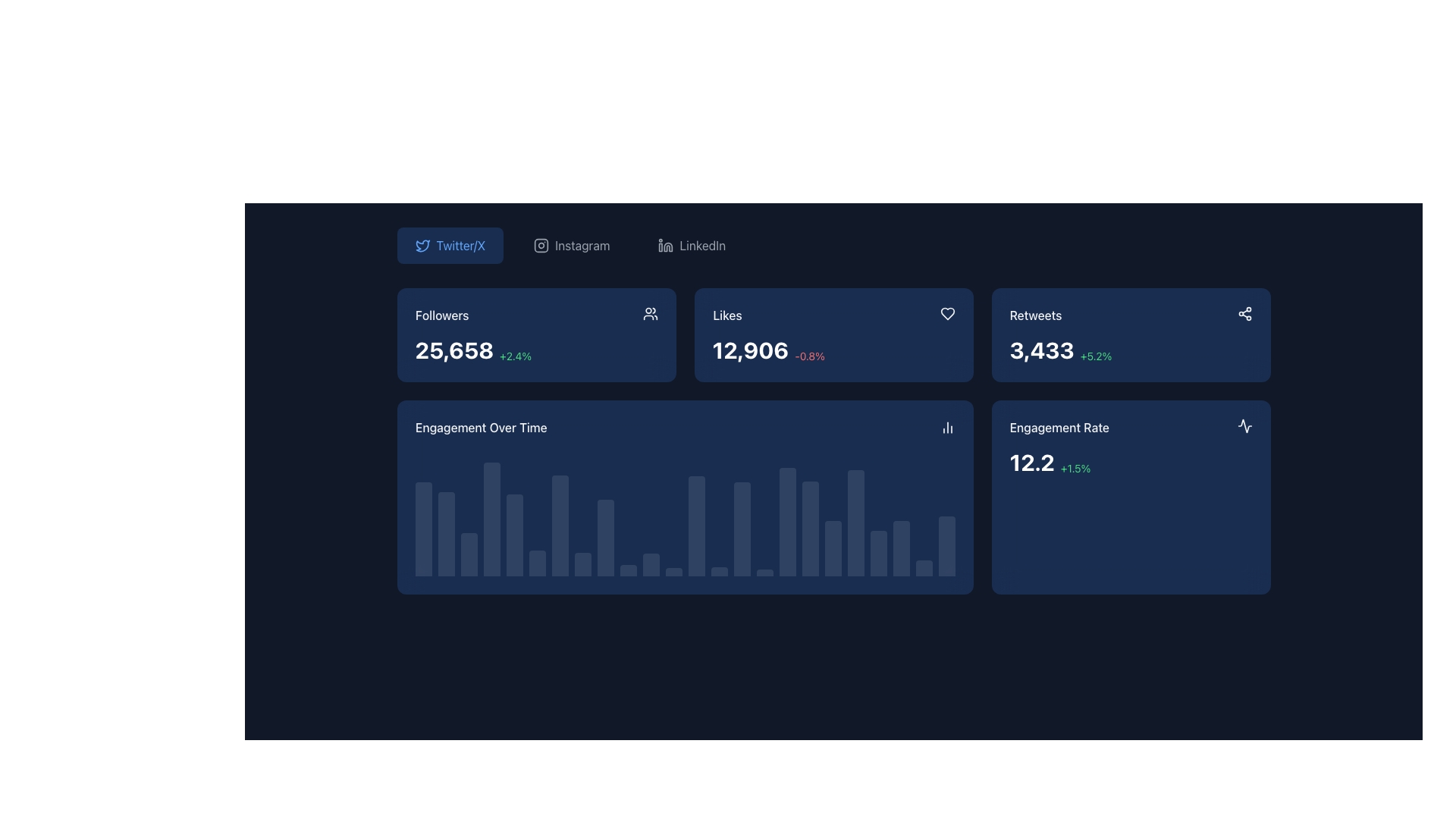 The width and height of the screenshot is (1456, 819). What do you see at coordinates (1244, 426) in the screenshot?
I see `the dark-themed icon located in the bottom-right corner card of the interface` at bounding box center [1244, 426].